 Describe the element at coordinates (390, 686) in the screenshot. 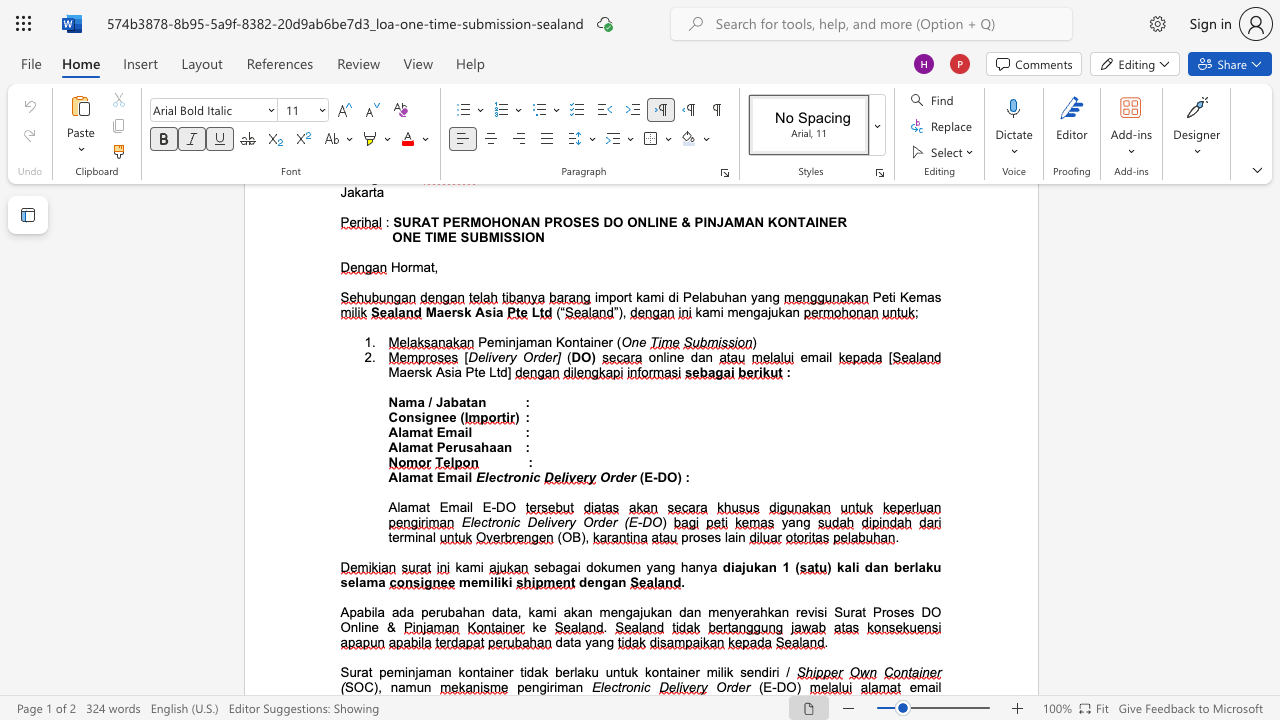

I see `the subset text "na" within the text "SOC), namun"` at that location.